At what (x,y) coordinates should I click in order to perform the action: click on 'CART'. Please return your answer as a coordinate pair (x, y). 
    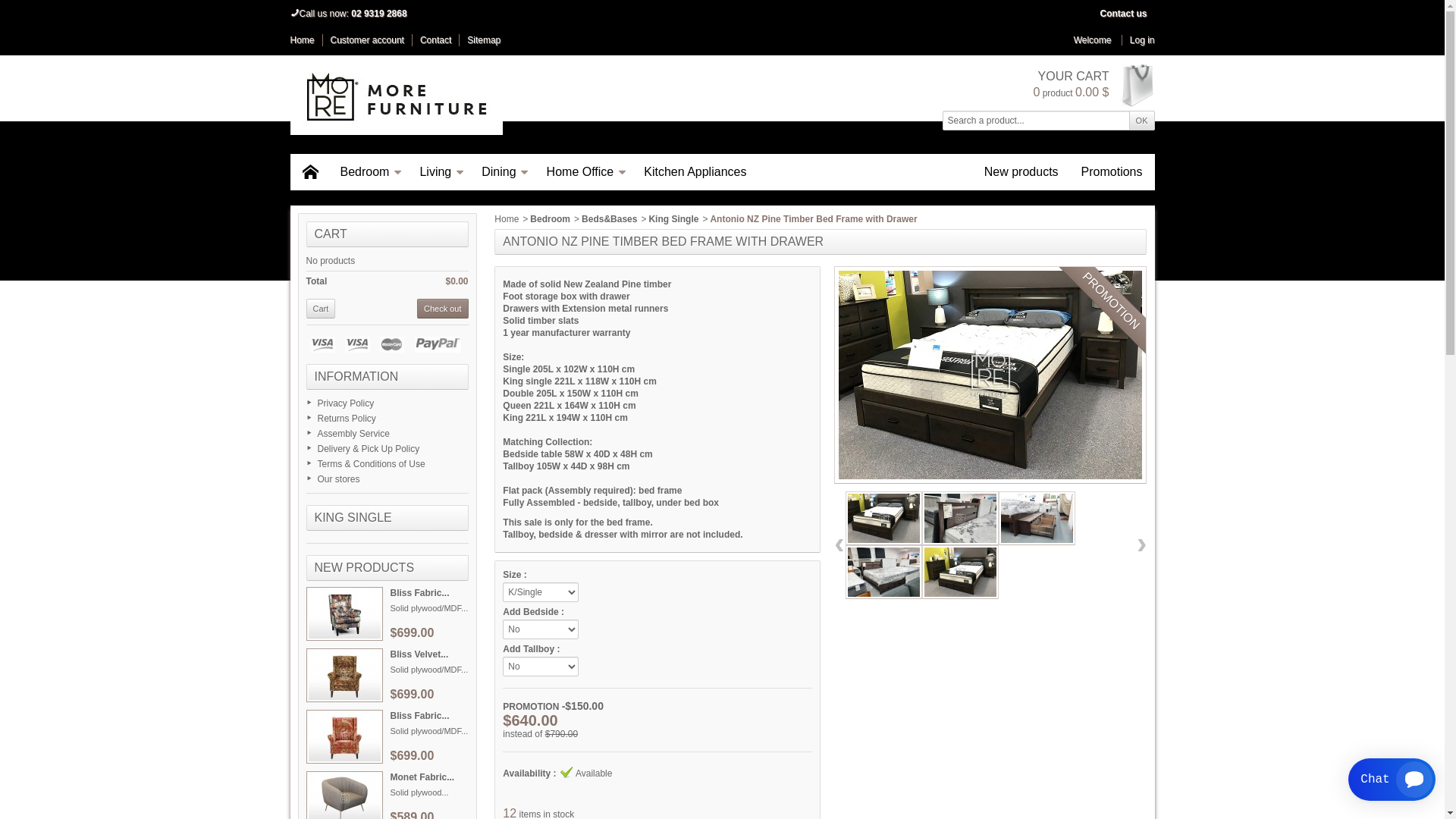
    Looking at the image, I should click on (329, 234).